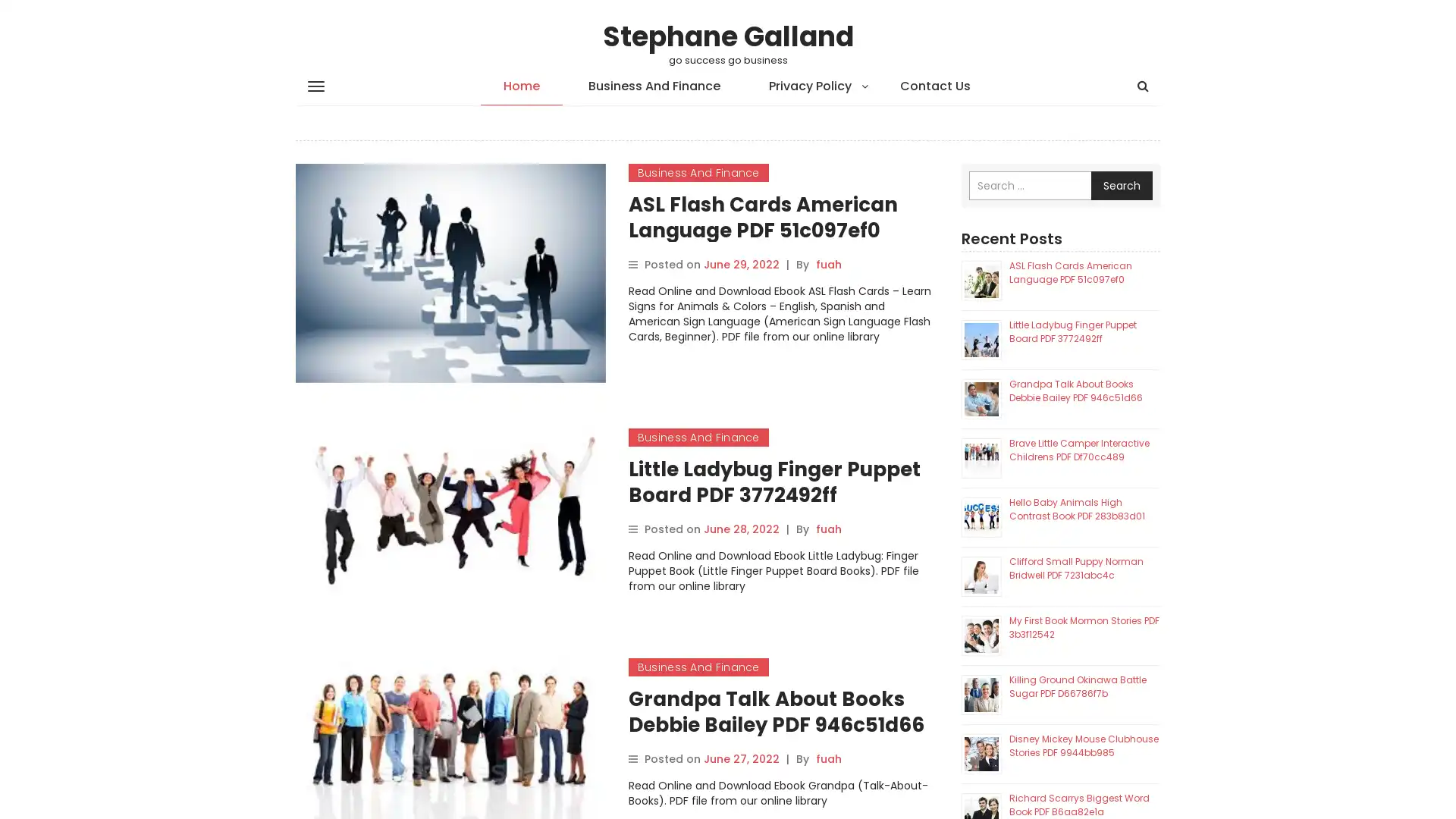 This screenshot has width=1456, height=819. I want to click on Search, so click(1122, 185).